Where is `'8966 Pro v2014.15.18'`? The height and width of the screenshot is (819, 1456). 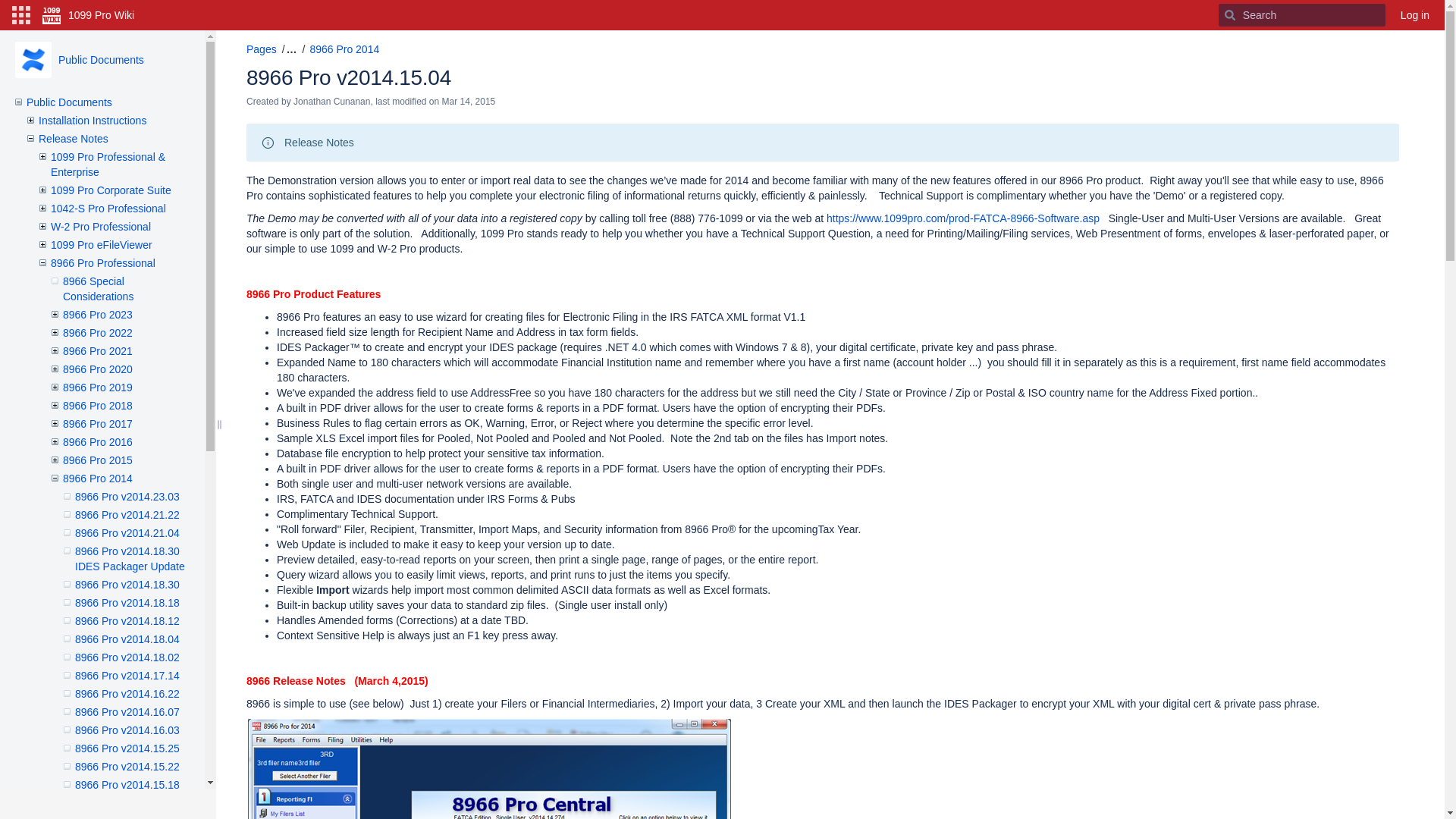 '8966 Pro v2014.15.18' is located at coordinates (127, 784).